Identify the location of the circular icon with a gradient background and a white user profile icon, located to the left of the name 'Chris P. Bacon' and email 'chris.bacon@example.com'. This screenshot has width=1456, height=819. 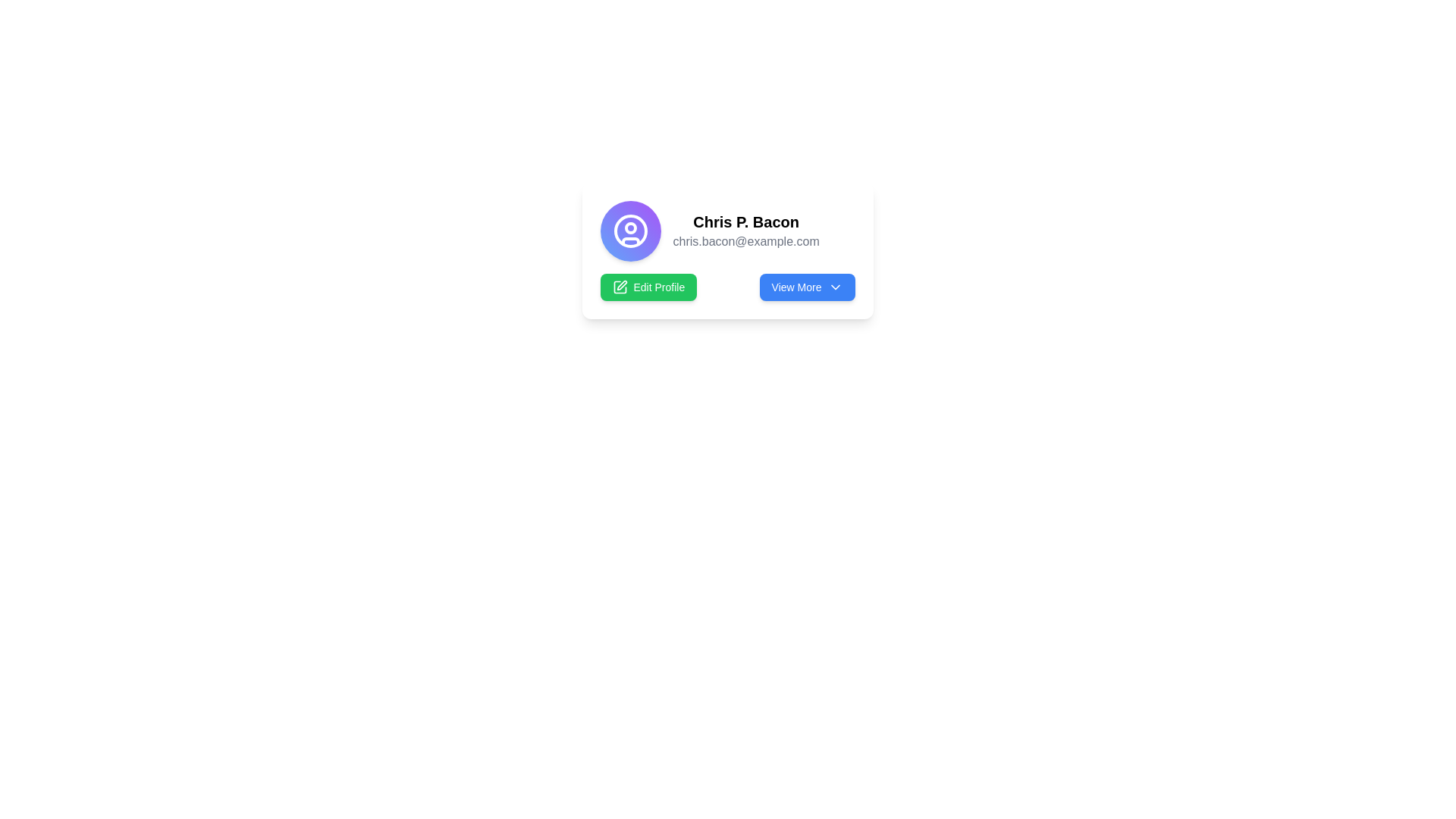
(630, 231).